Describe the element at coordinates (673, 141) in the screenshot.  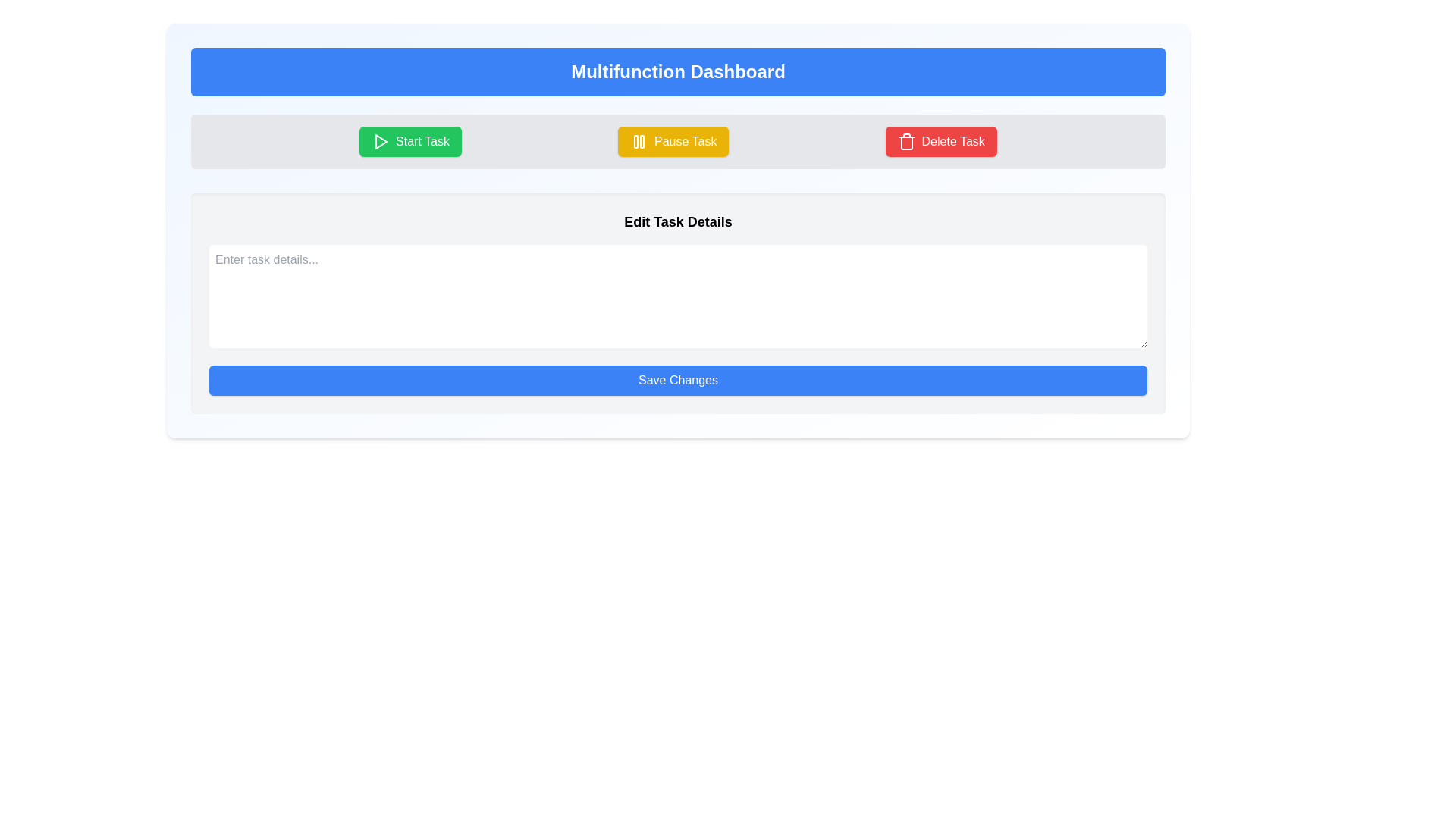
I see `the middle button in a horizontal row of three buttons` at that location.